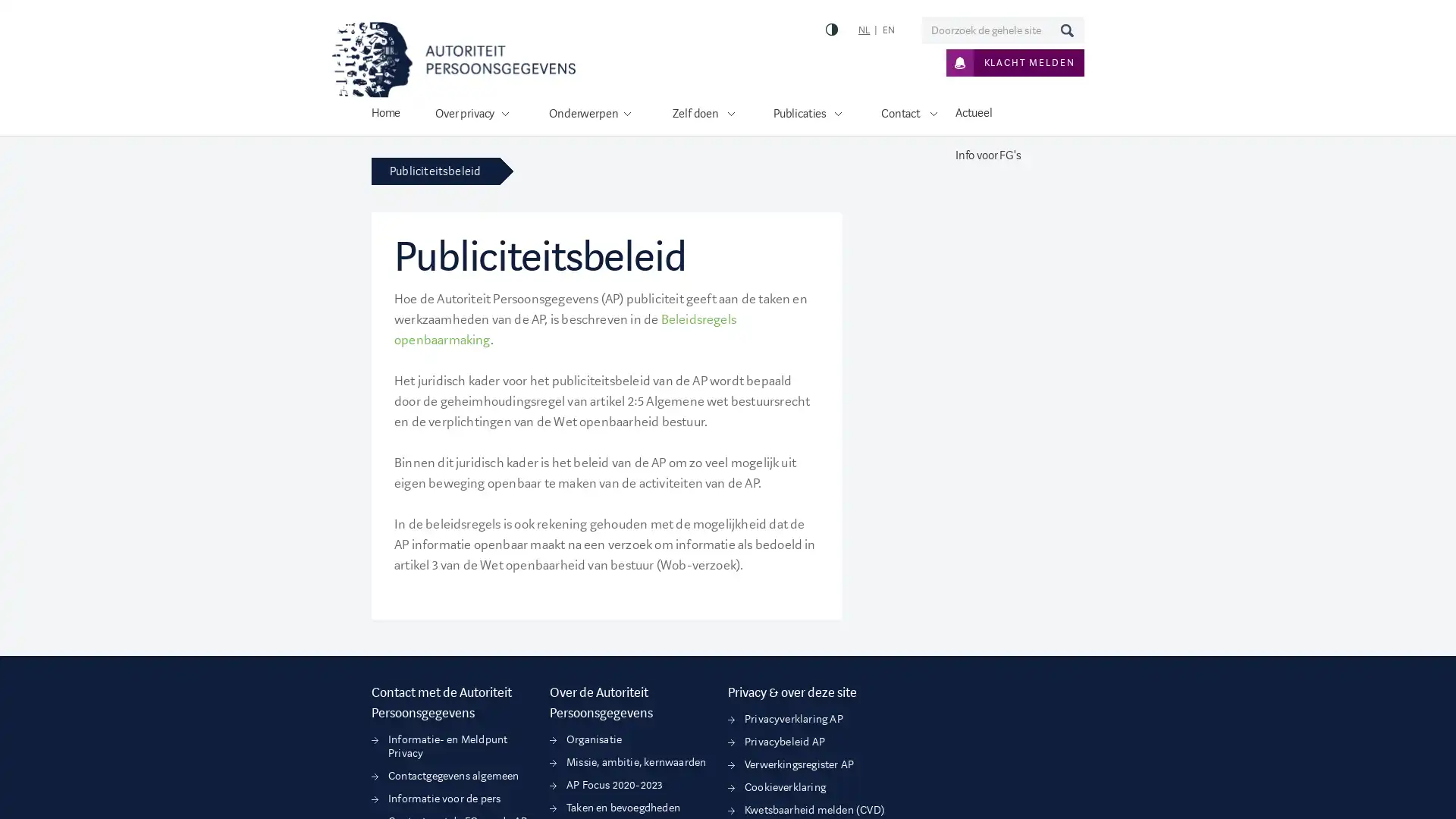  I want to click on Zoeken, so click(1065, 30).